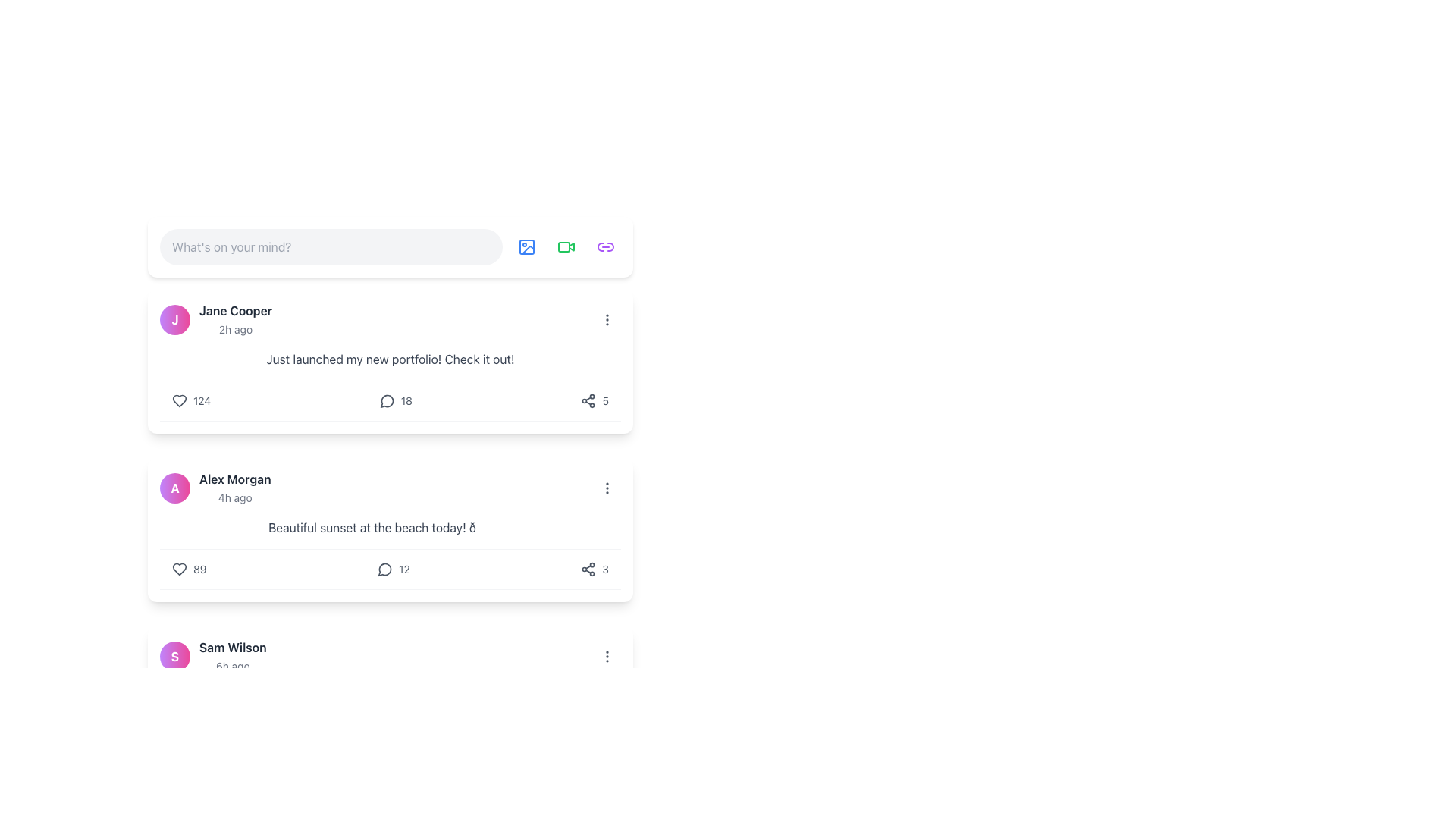  Describe the element at coordinates (215, 318) in the screenshot. I see `the user name located at the top-left of the card component for the first post` at that location.